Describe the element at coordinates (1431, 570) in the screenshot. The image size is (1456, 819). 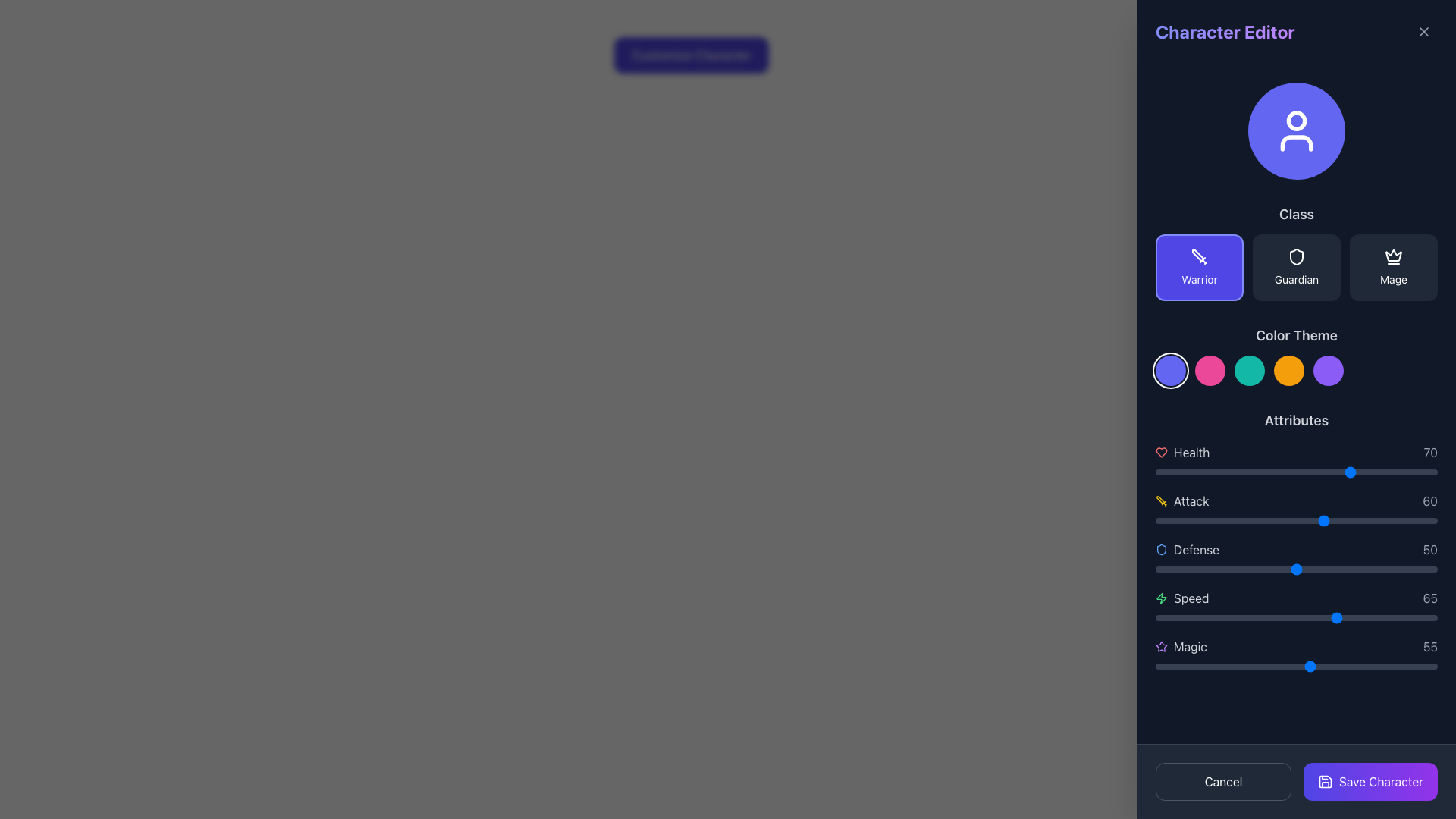
I see `the defense level` at that location.